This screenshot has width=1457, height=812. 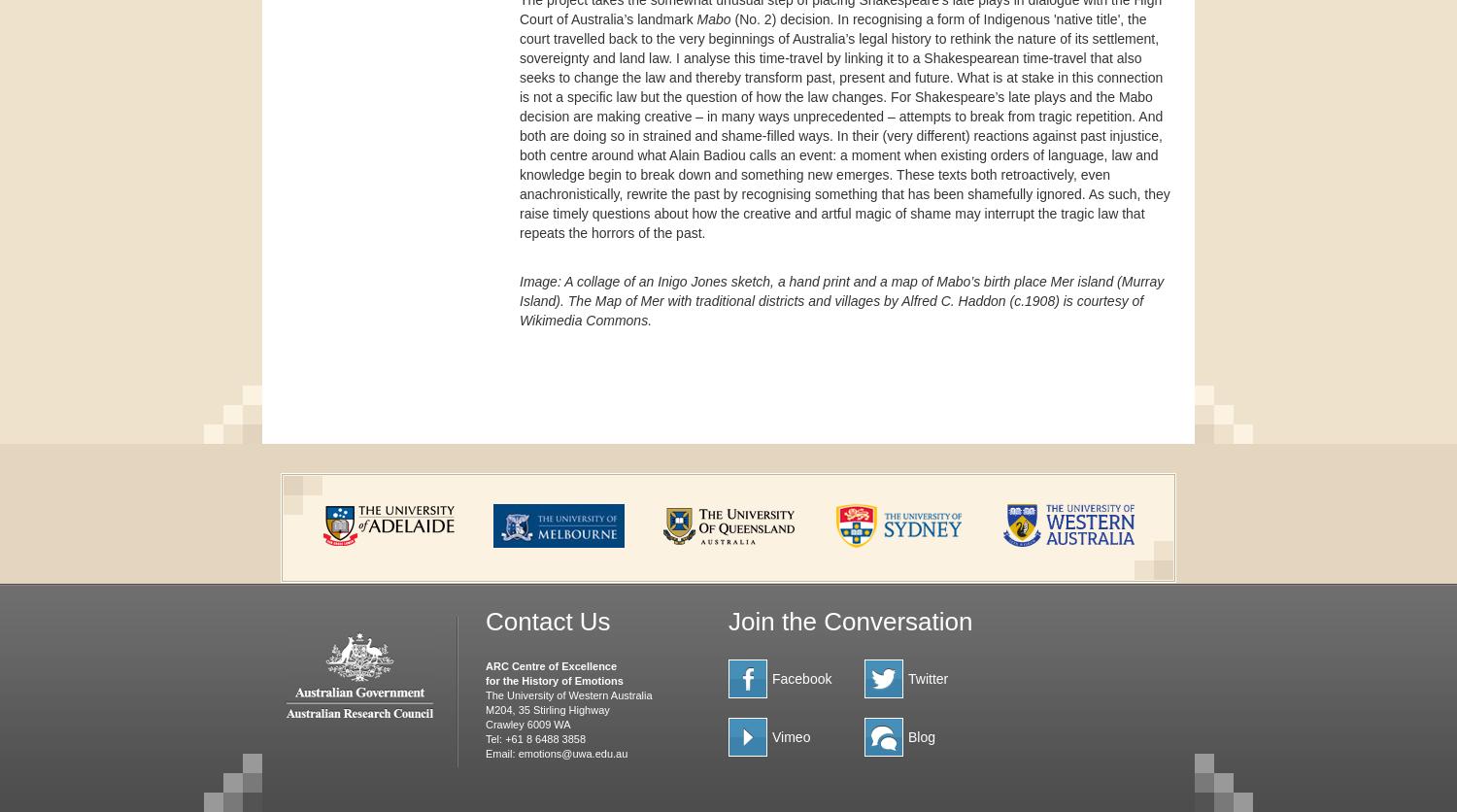 What do you see at coordinates (546, 708) in the screenshot?
I see `'M204, 35 Stirling Highway'` at bounding box center [546, 708].